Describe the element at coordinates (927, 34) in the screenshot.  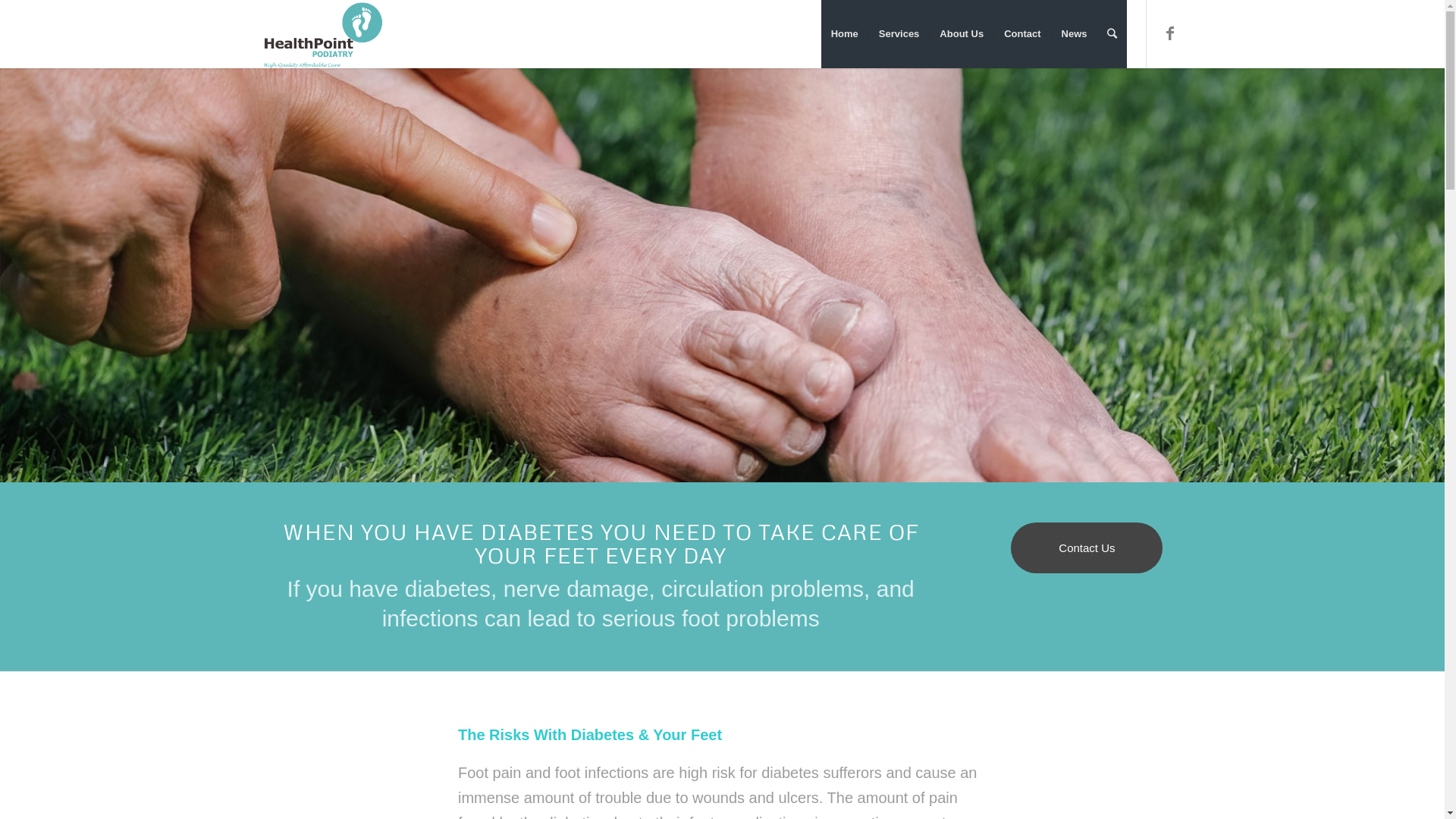
I see `'About Us'` at that location.